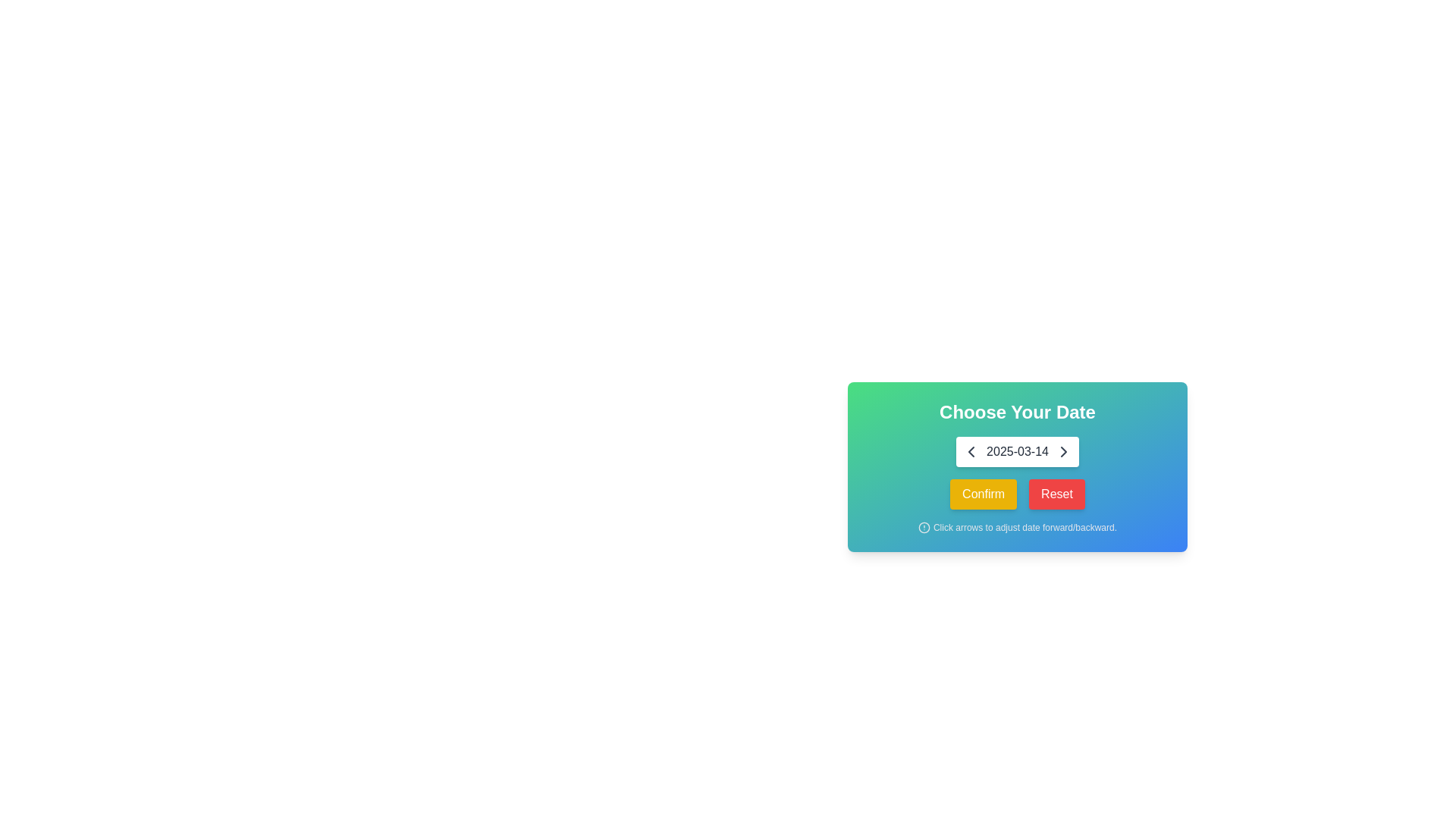 The width and height of the screenshot is (1456, 819). Describe the element at coordinates (983, 494) in the screenshot. I see `the confirm button located in the bottom-right area of the 'Choose Your Date' dialog to finalize the date selection` at that location.